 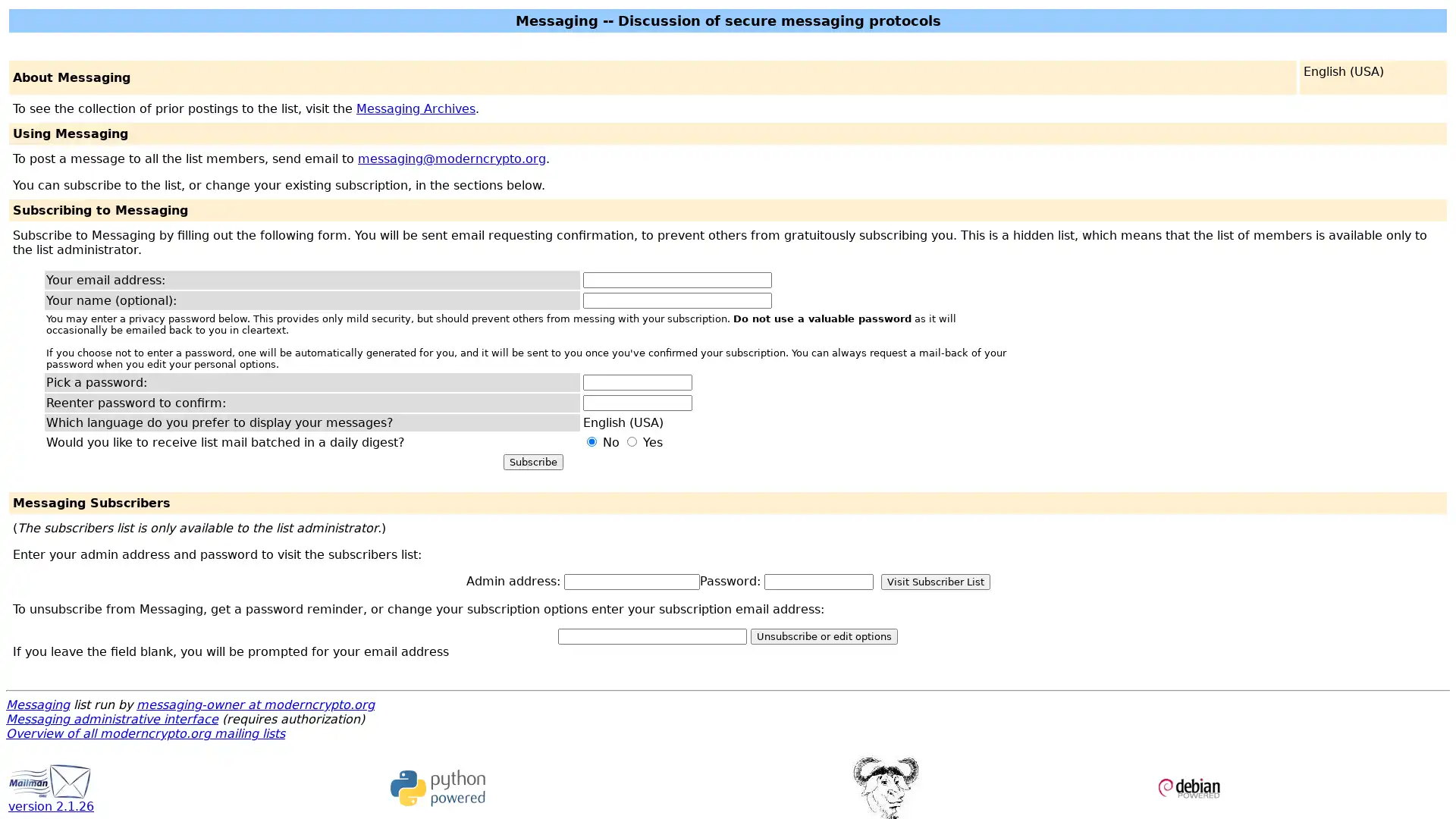 I want to click on Subscribe, so click(x=532, y=461).